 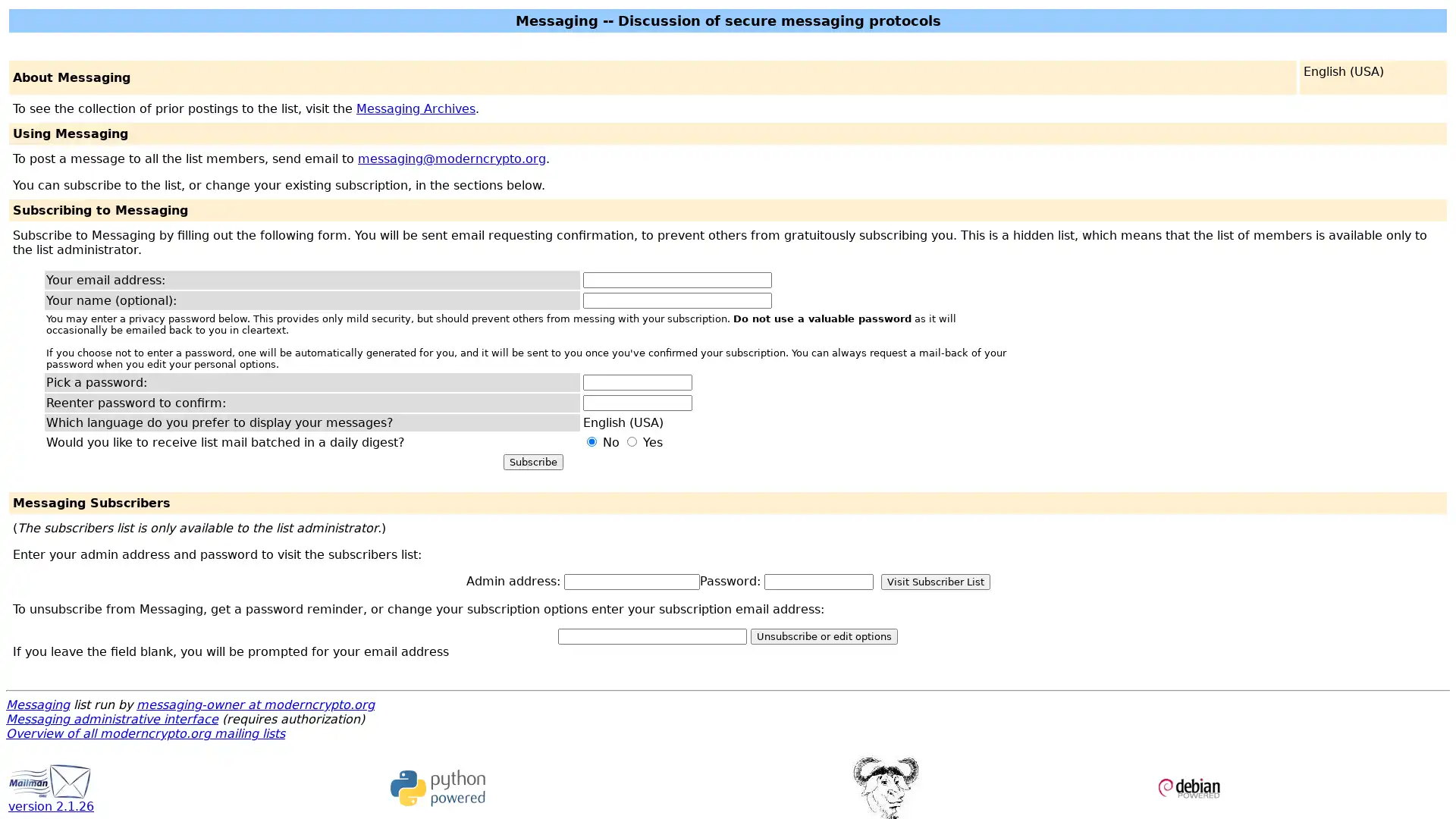 I want to click on Subscribe, so click(x=532, y=461).